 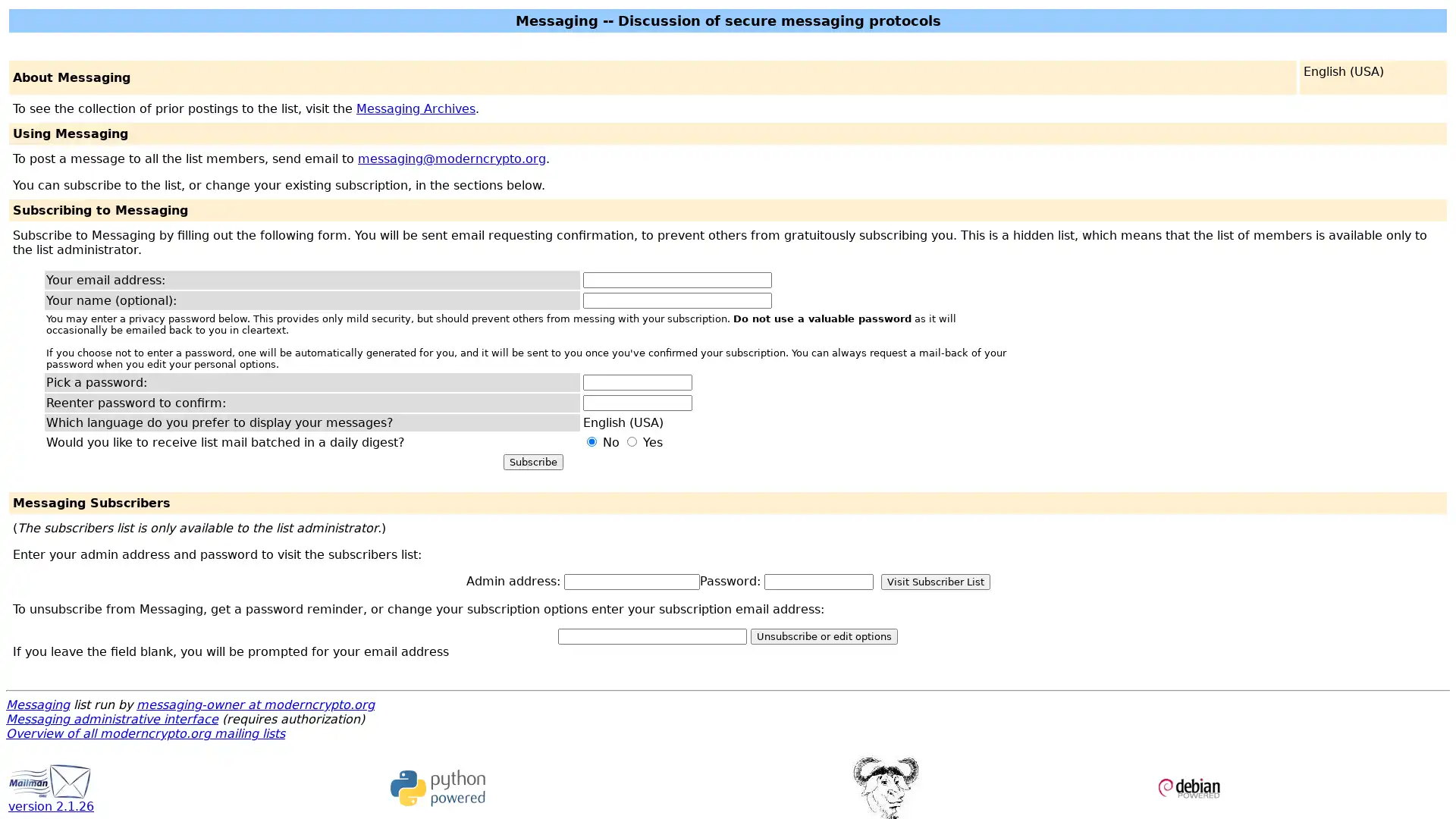 I want to click on Subscribe, so click(x=532, y=461).